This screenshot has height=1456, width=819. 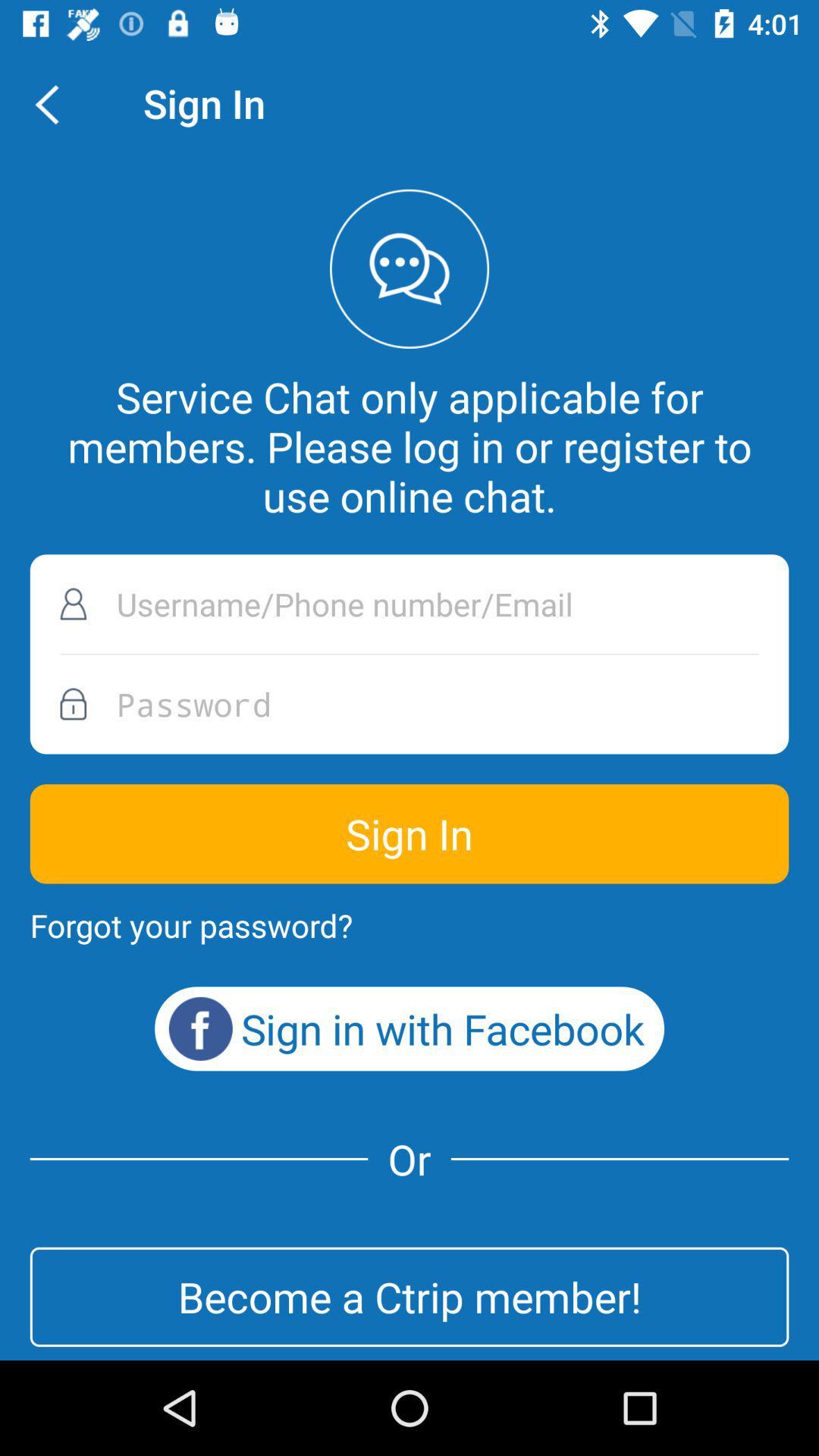 What do you see at coordinates (409, 603) in the screenshot?
I see `username` at bounding box center [409, 603].